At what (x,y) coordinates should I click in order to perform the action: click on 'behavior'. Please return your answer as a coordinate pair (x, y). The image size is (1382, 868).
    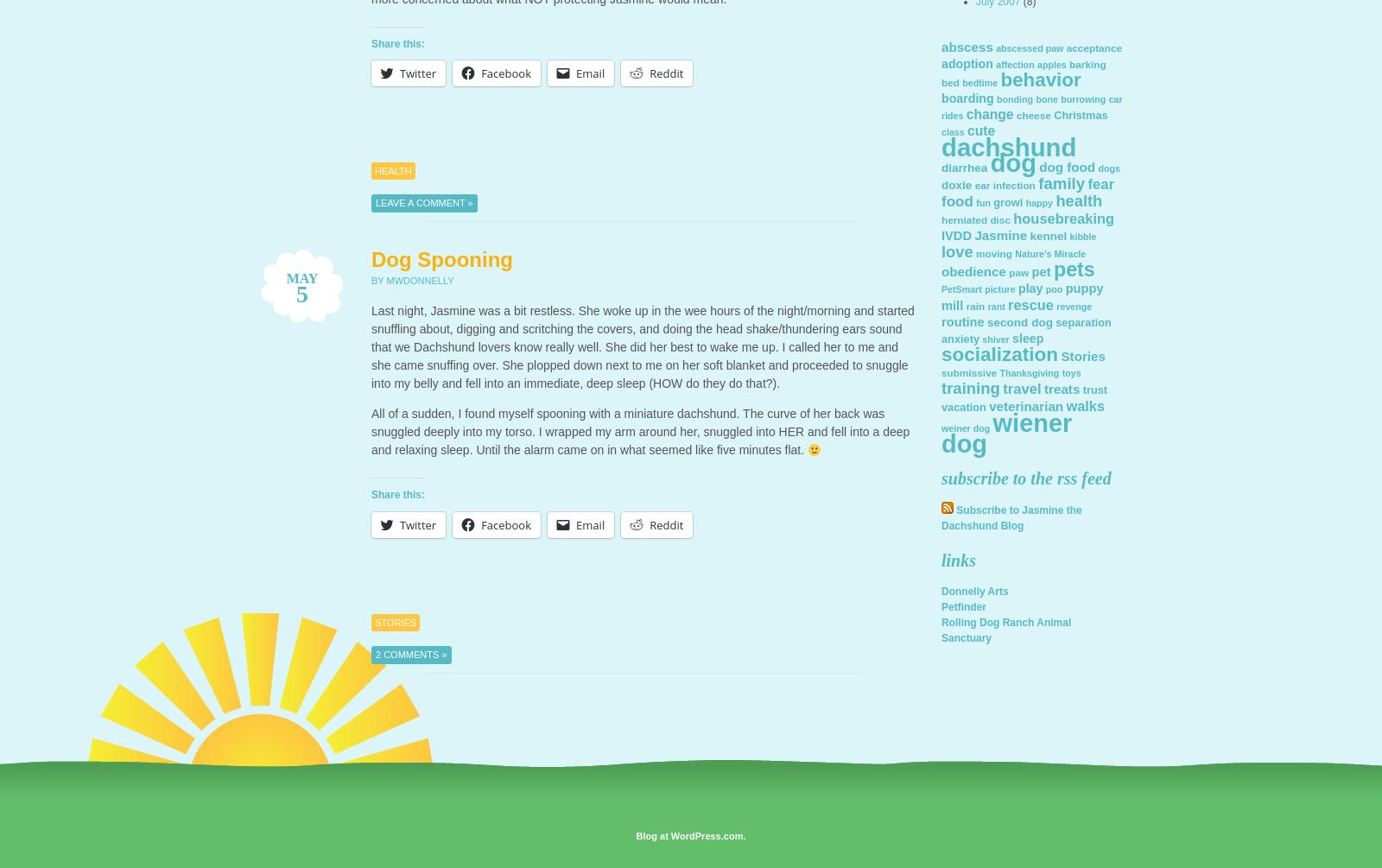
    Looking at the image, I should click on (1039, 79).